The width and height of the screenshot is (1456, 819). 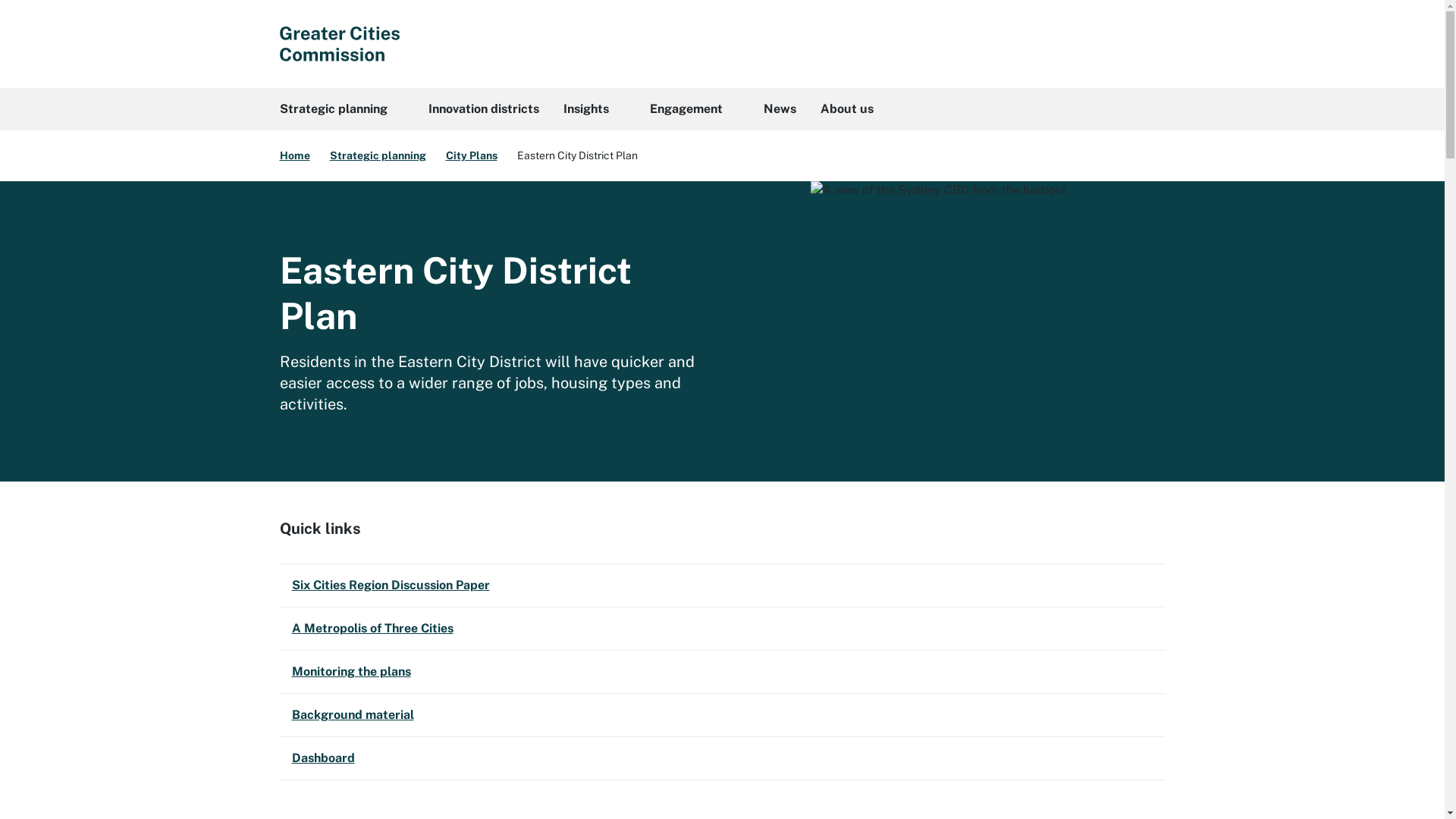 What do you see at coordinates (779, 108) in the screenshot?
I see `'News'` at bounding box center [779, 108].